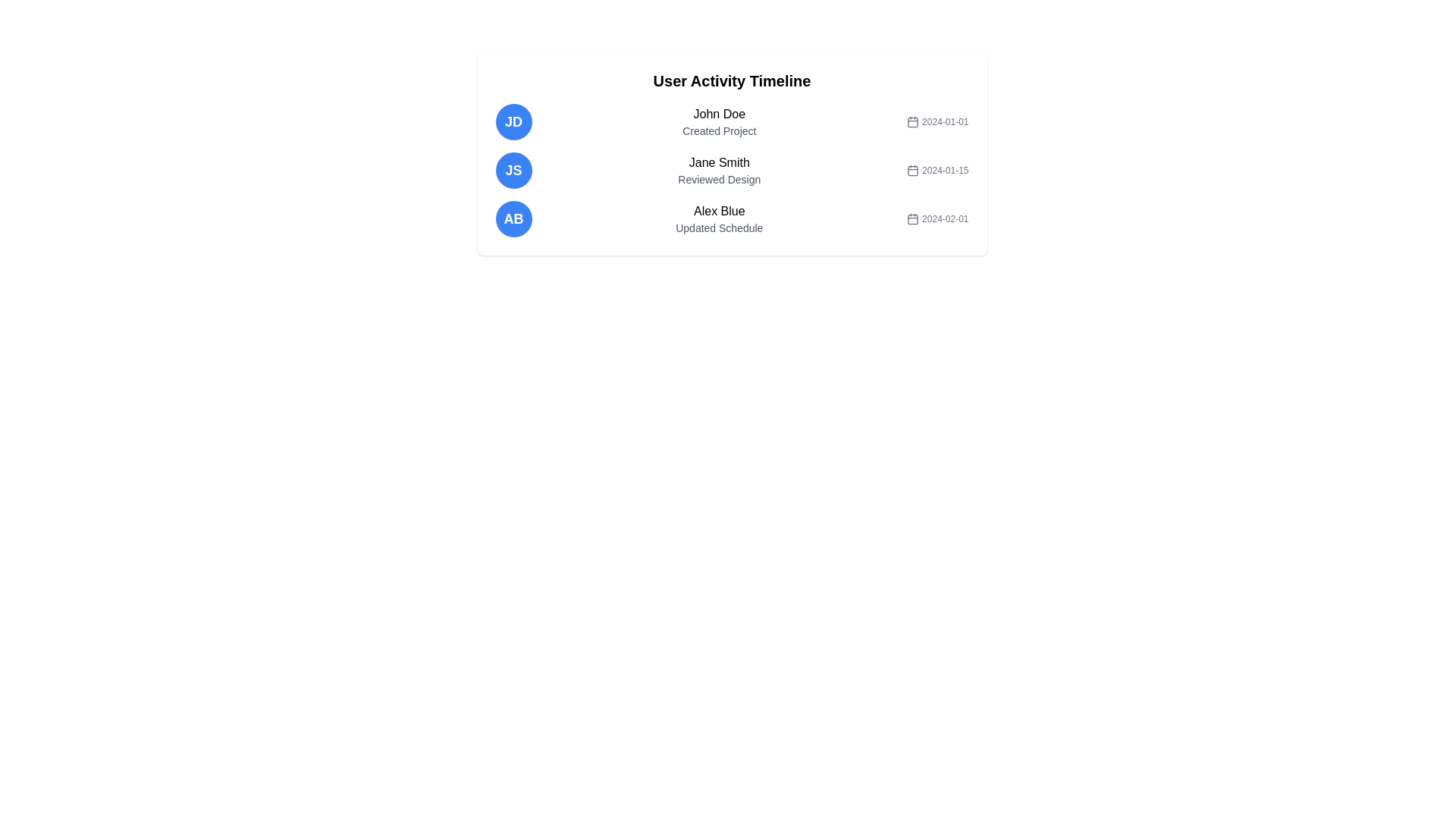 The image size is (1456, 819). Describe the element at coordinates (718, 121) in the screenshot. I see `the Text Label displaying 'John Doe' and 'Created Project' in the activity timeline, located next to the blue circular avatar with initials 'JD'` at that location.